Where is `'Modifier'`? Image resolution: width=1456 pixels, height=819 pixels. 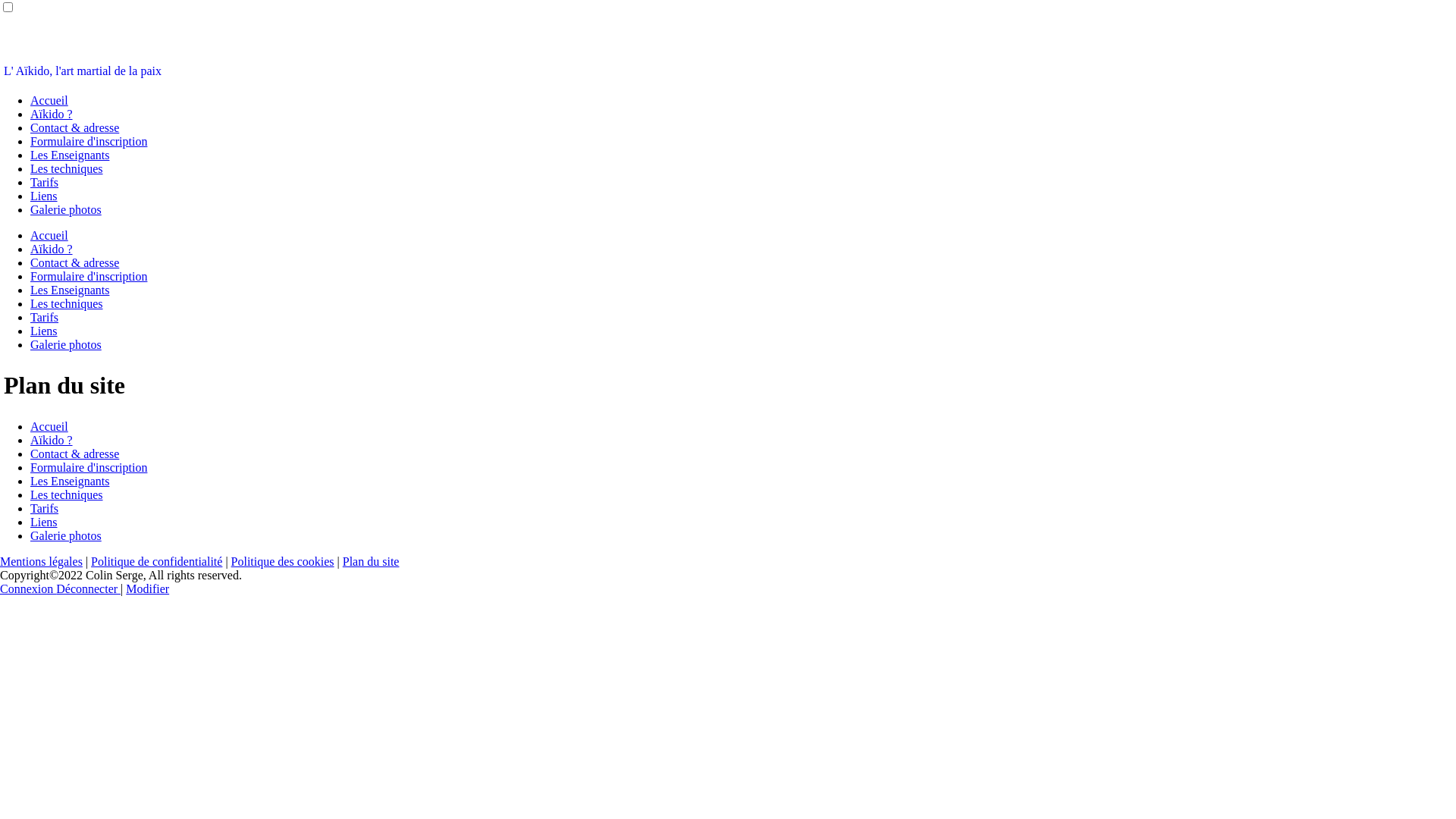 'Modifier' is located at coordinates (147, 588).